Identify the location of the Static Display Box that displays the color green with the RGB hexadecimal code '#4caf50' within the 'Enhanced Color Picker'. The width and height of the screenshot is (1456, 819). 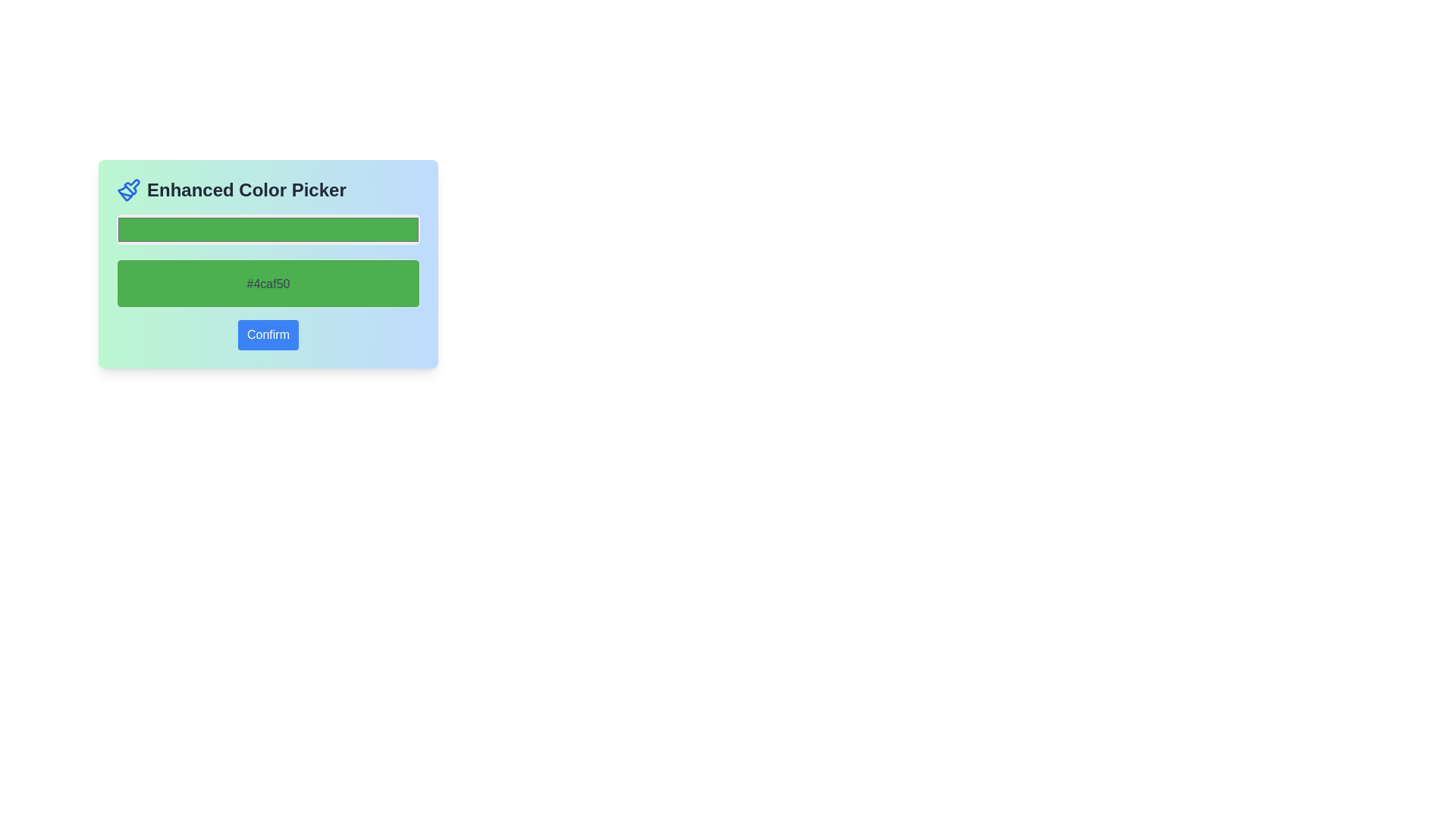
(268, 284).